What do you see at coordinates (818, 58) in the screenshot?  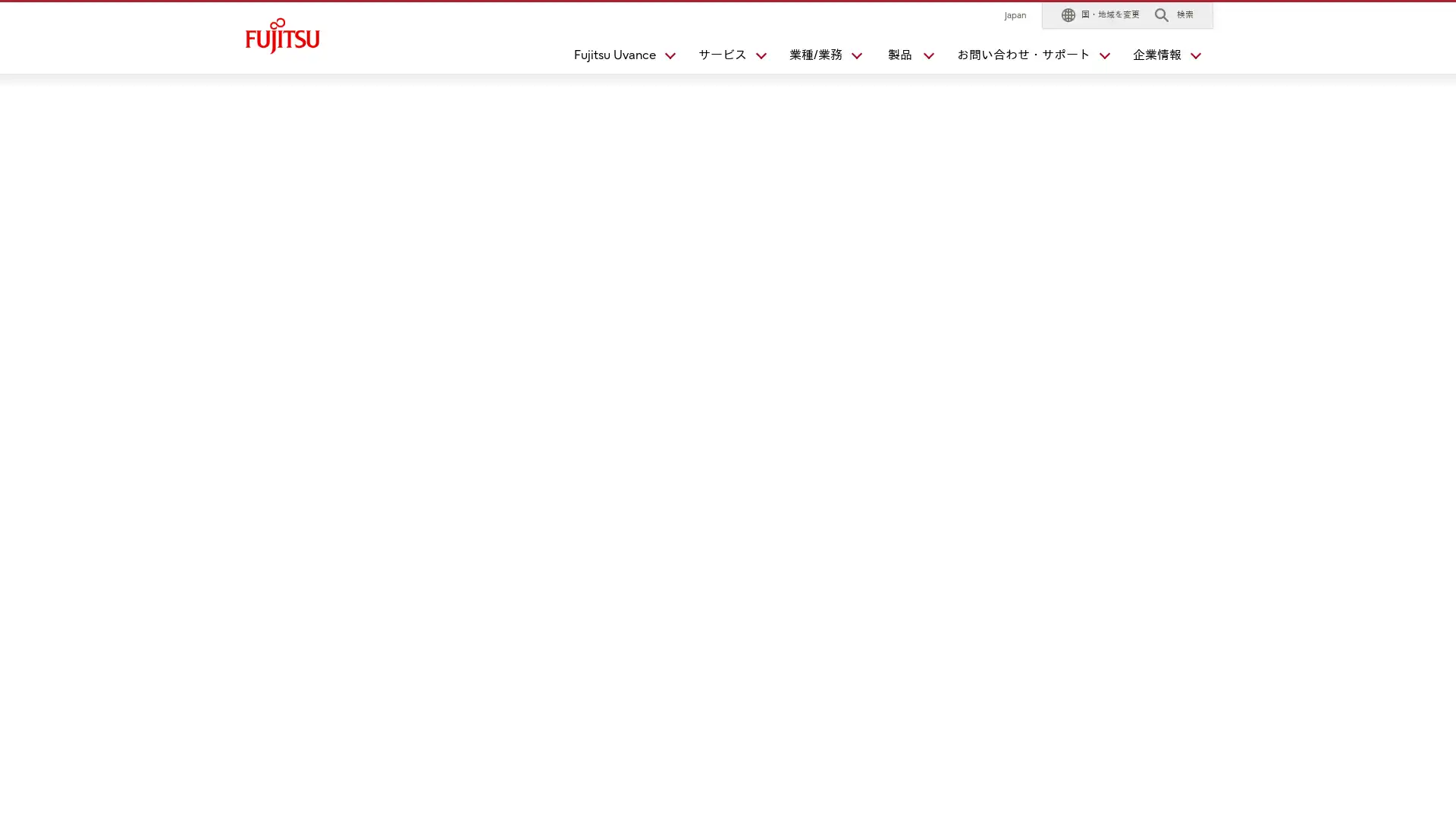 I see `/` at bounding box center [818, 58].